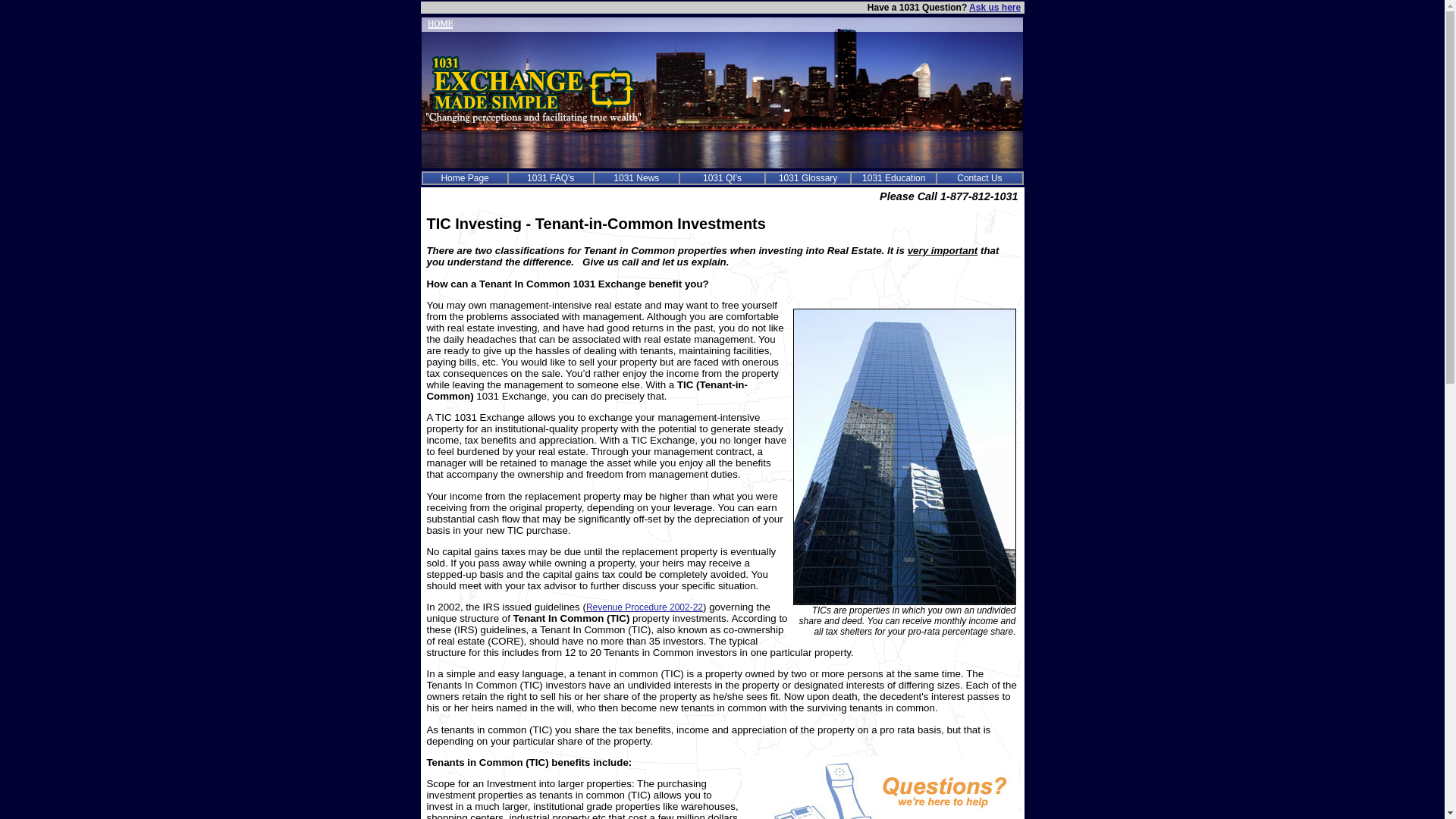  I want to click on 'Ask us here', so click(968, 8).